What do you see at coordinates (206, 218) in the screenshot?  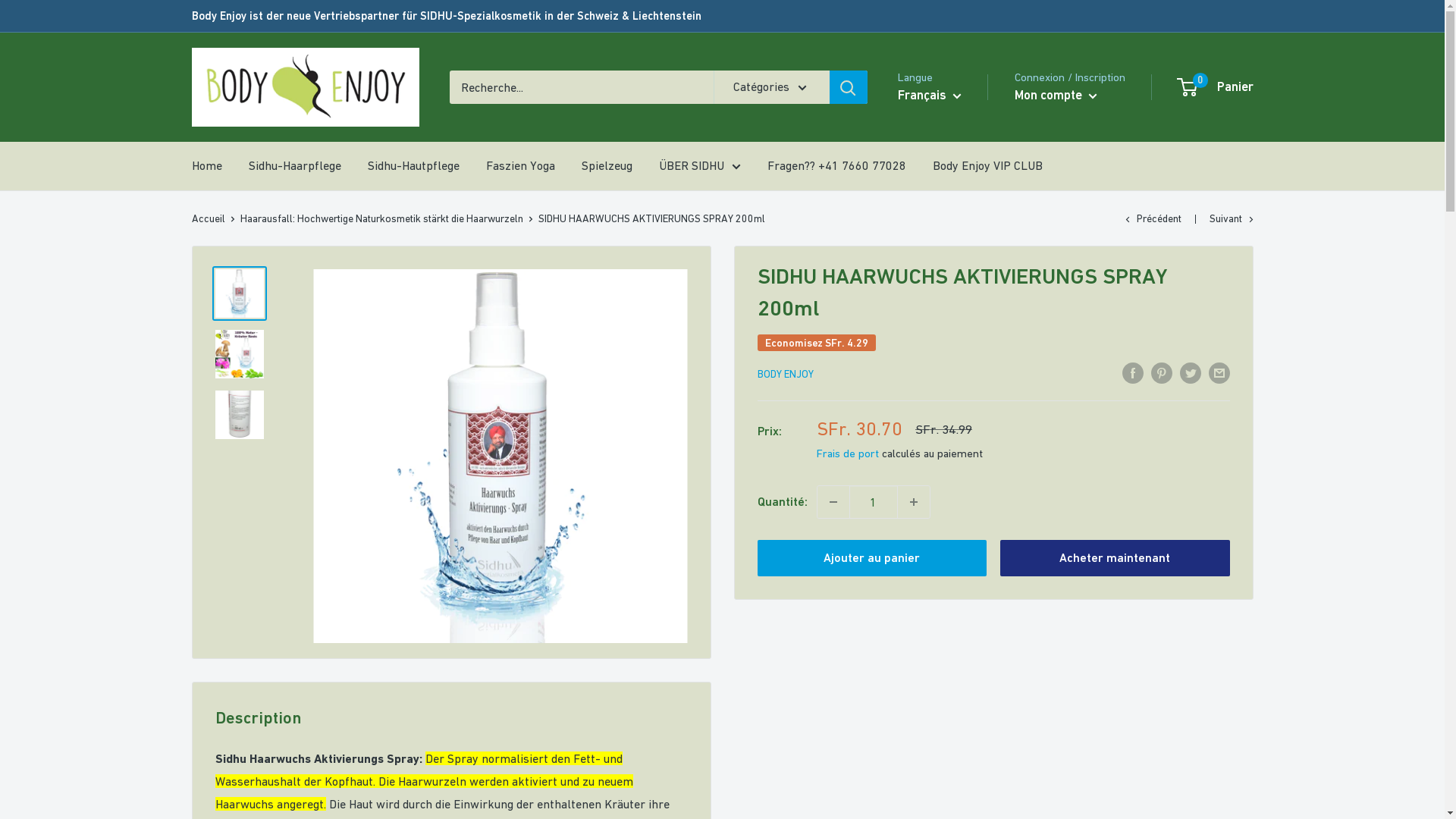 I see `'Accueil'` at bounding box center [206, 218].